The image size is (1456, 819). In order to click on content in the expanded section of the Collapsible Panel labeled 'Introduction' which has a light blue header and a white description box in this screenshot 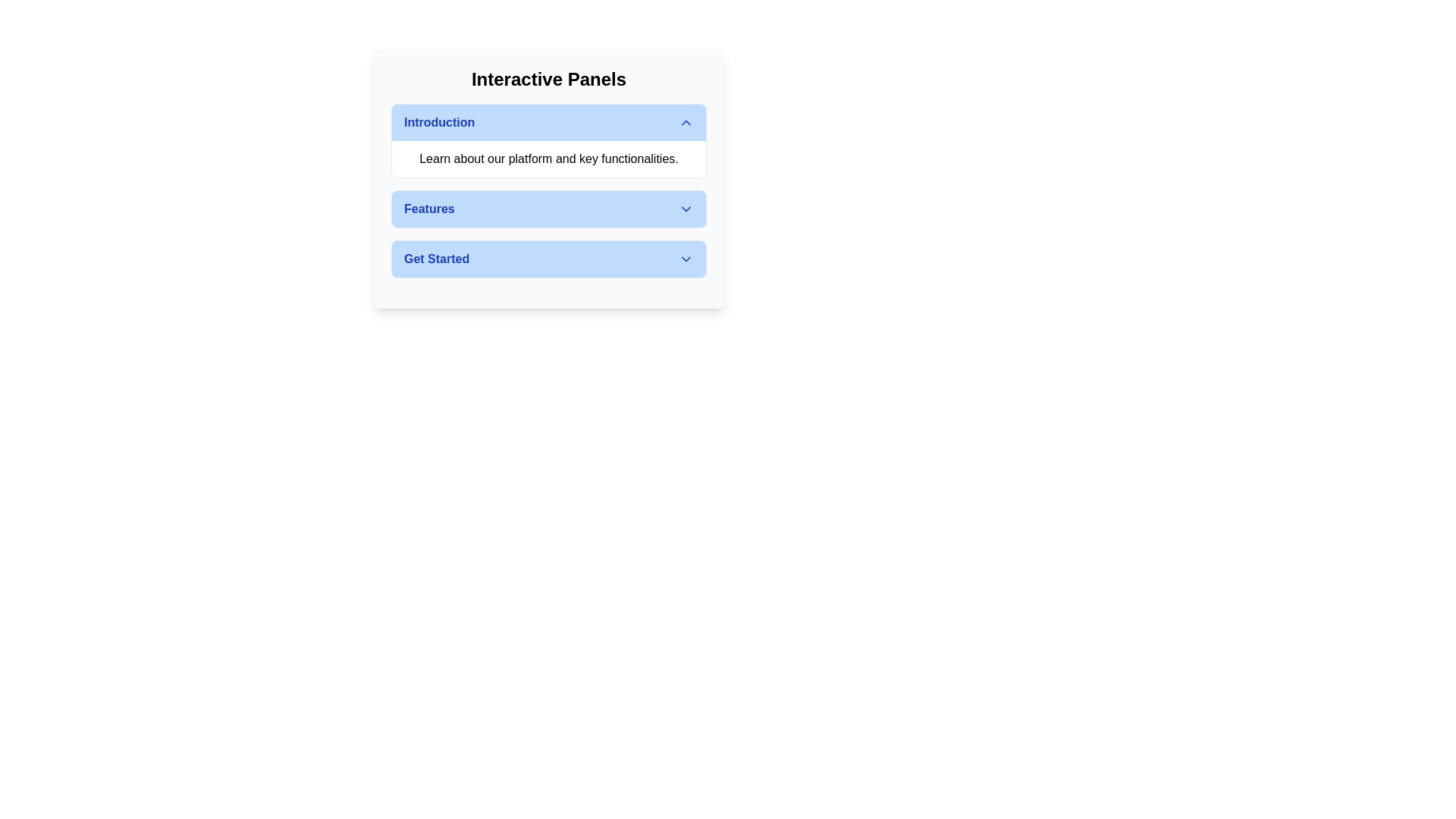, I will do `click(548, 140)`.